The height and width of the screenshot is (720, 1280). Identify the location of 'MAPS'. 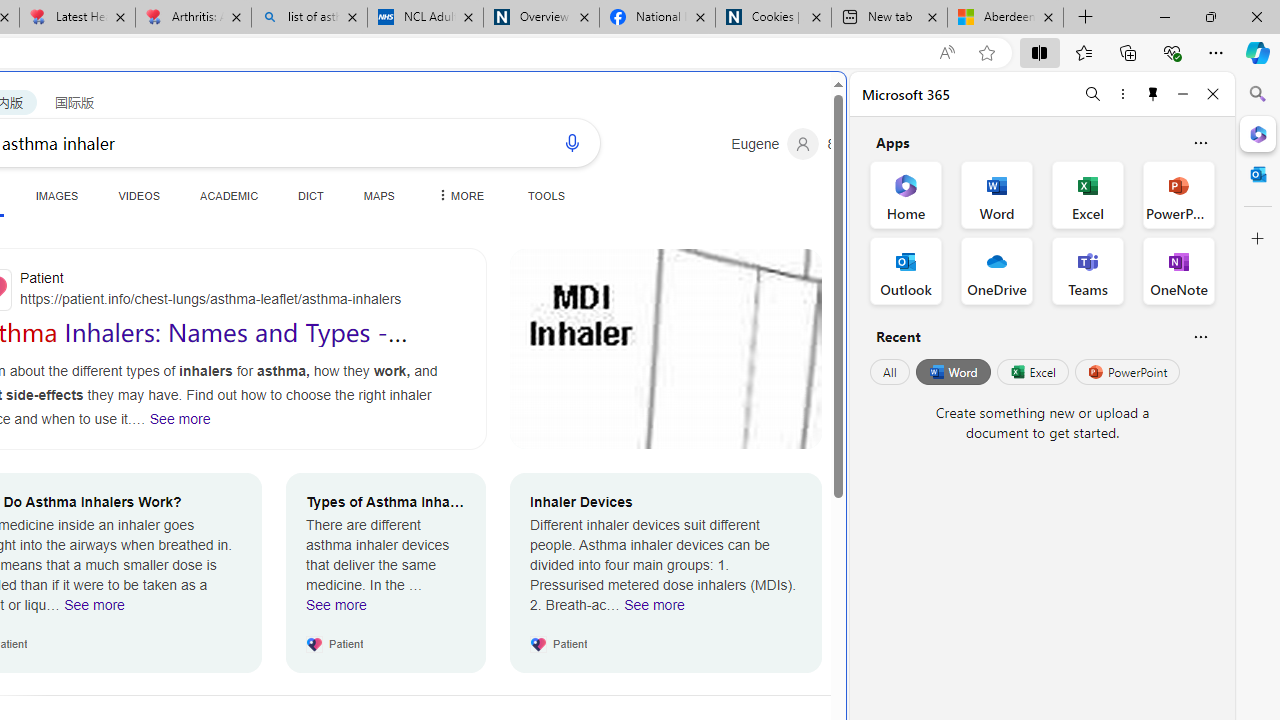
(378, 195).